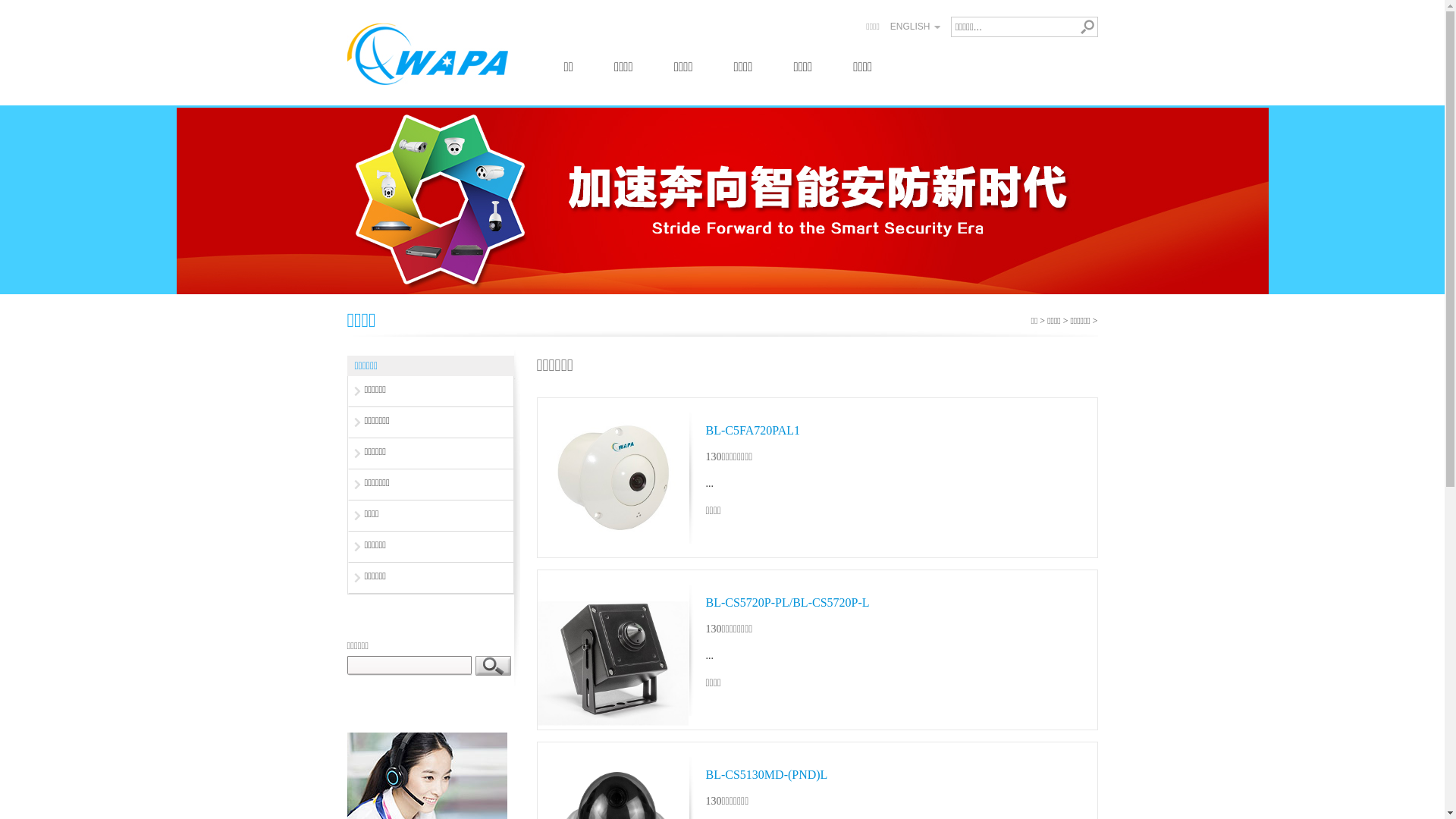  I want to click on 'BL-CS5720P-PL/BL-CS5720P-L', so click(786, 601).